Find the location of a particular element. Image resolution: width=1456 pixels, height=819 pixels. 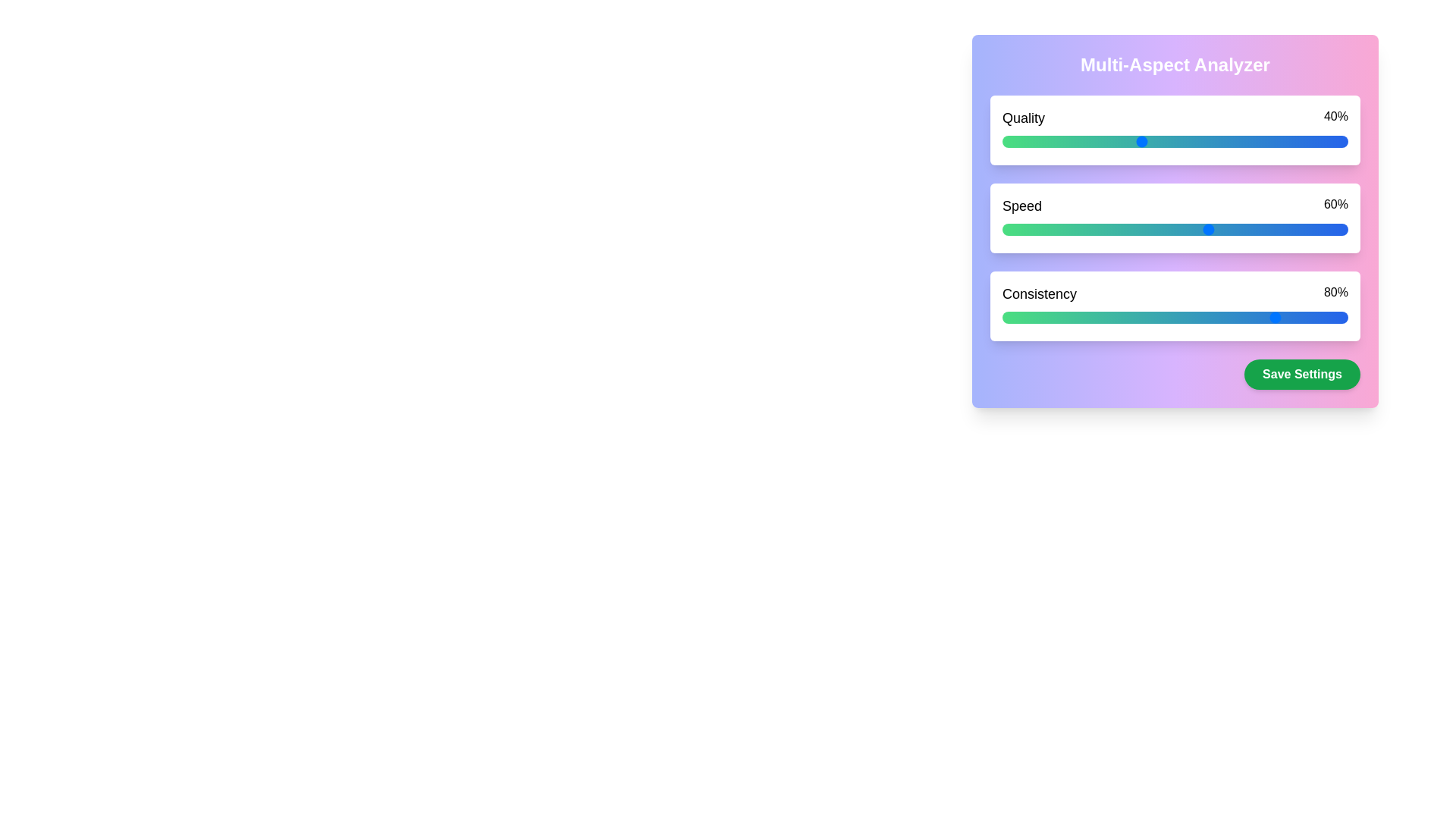

the slider value is located at coordinates (1151, 317).